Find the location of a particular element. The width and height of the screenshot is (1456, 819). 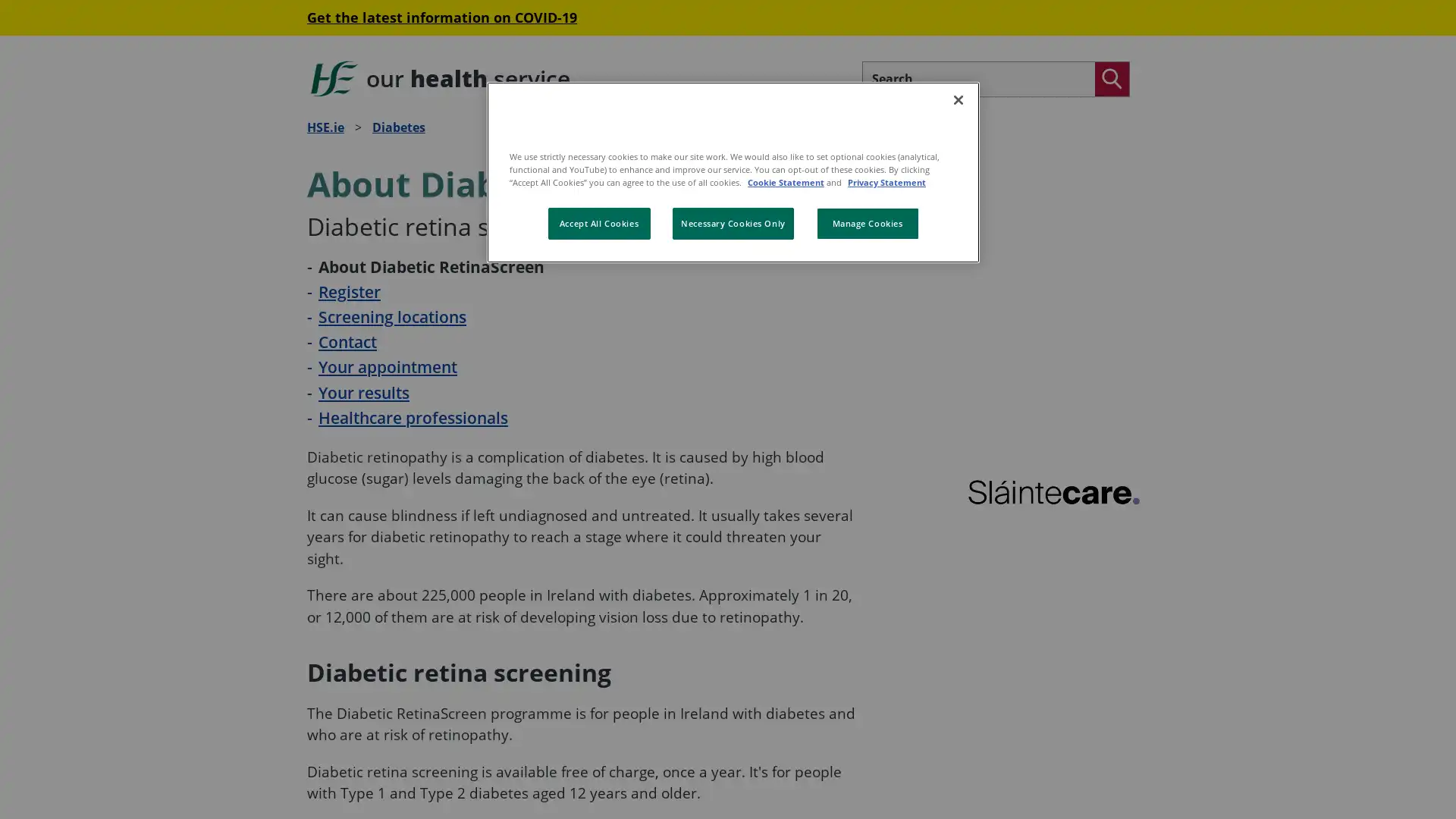

Search is located at coordinates (1112, 78).